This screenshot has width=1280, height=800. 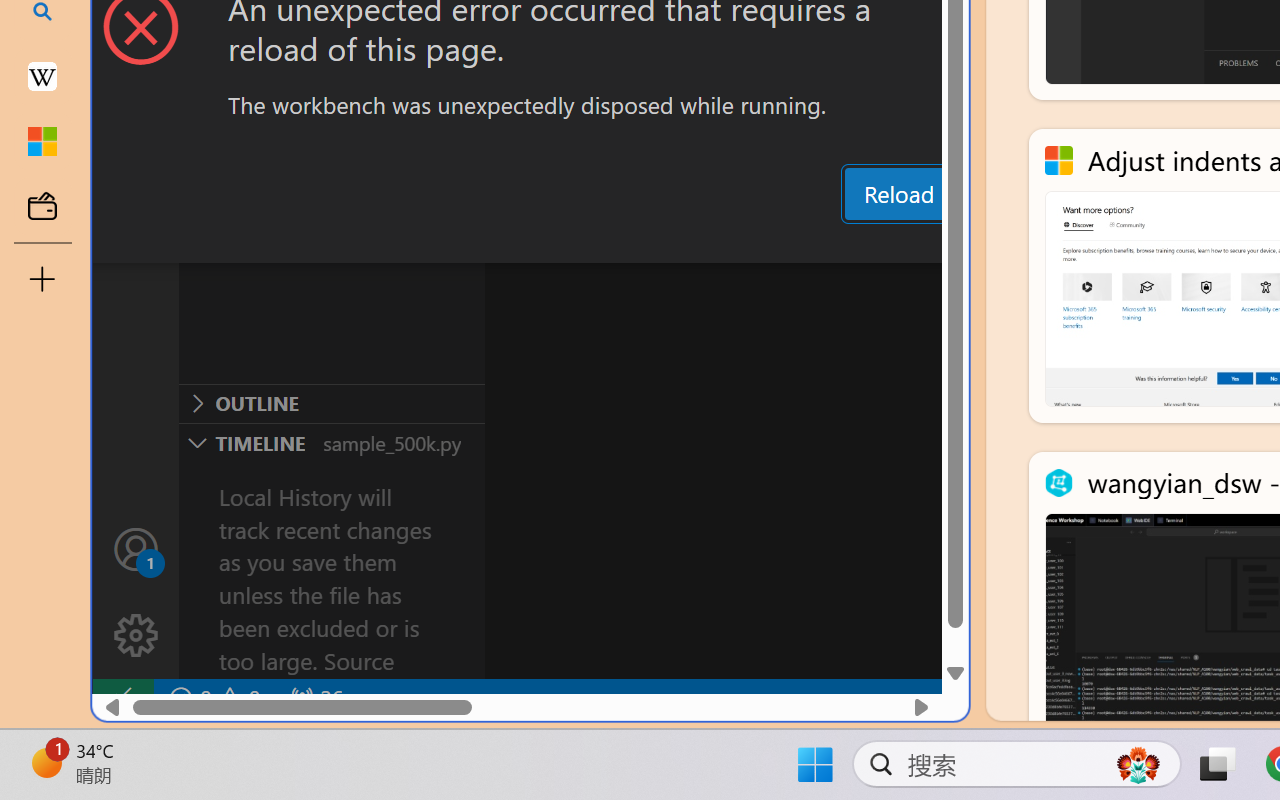 I want to click on 'Reload', so click(x=897, y=192).